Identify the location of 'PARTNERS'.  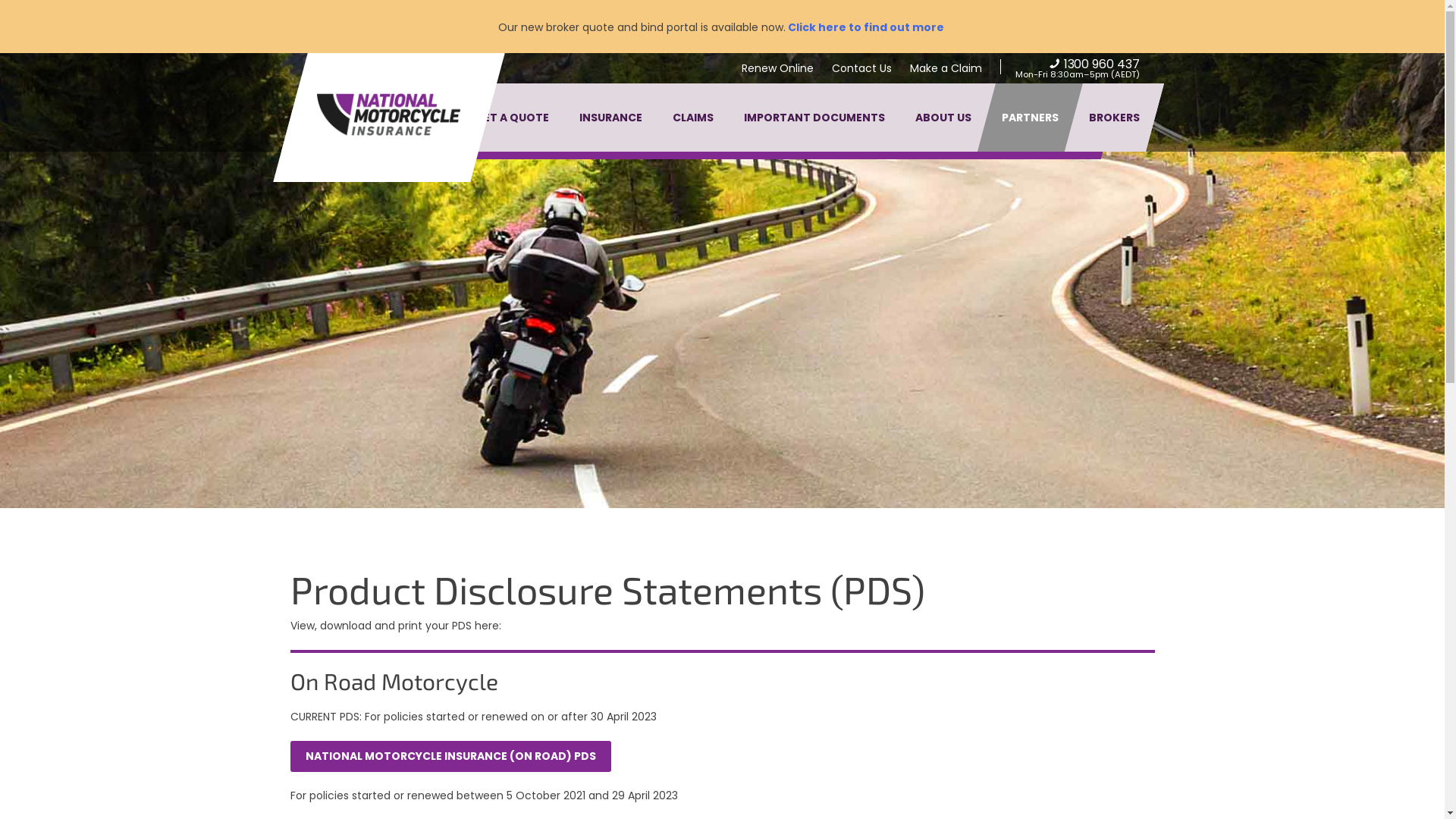
(1029, 116).